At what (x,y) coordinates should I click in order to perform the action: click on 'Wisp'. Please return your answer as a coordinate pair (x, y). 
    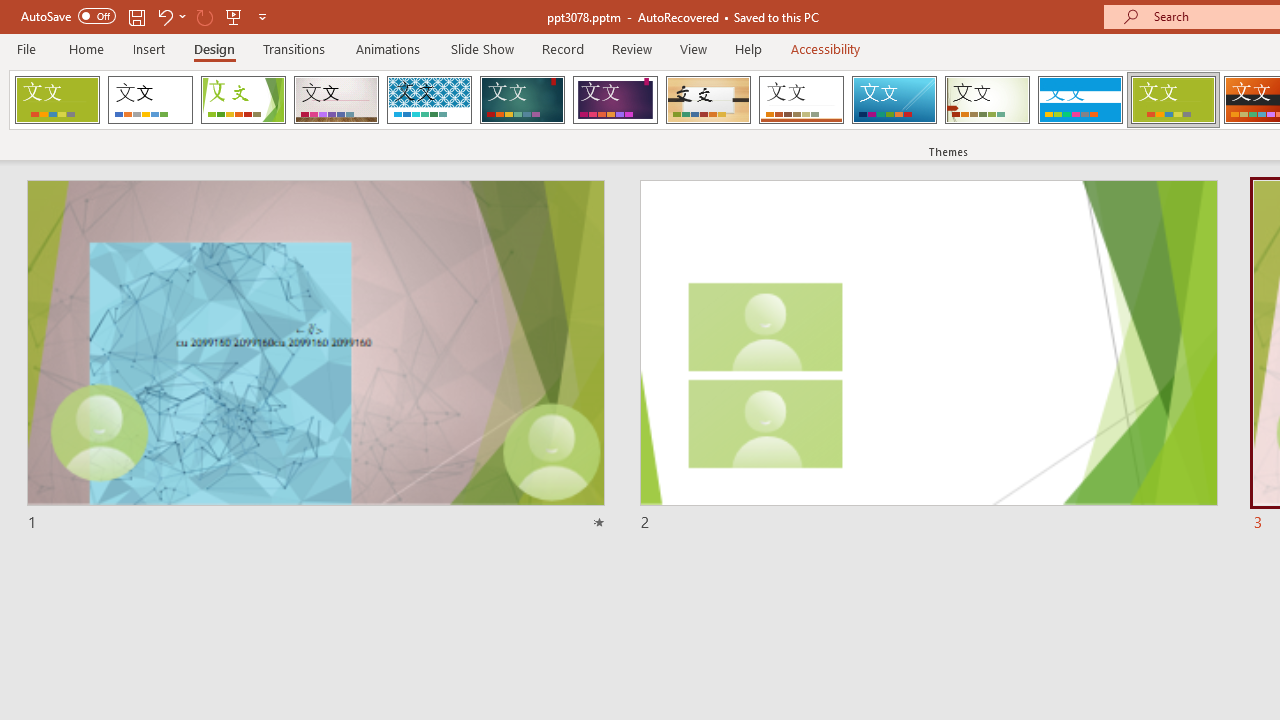
    Looking at the image, I should click on (987, 100).